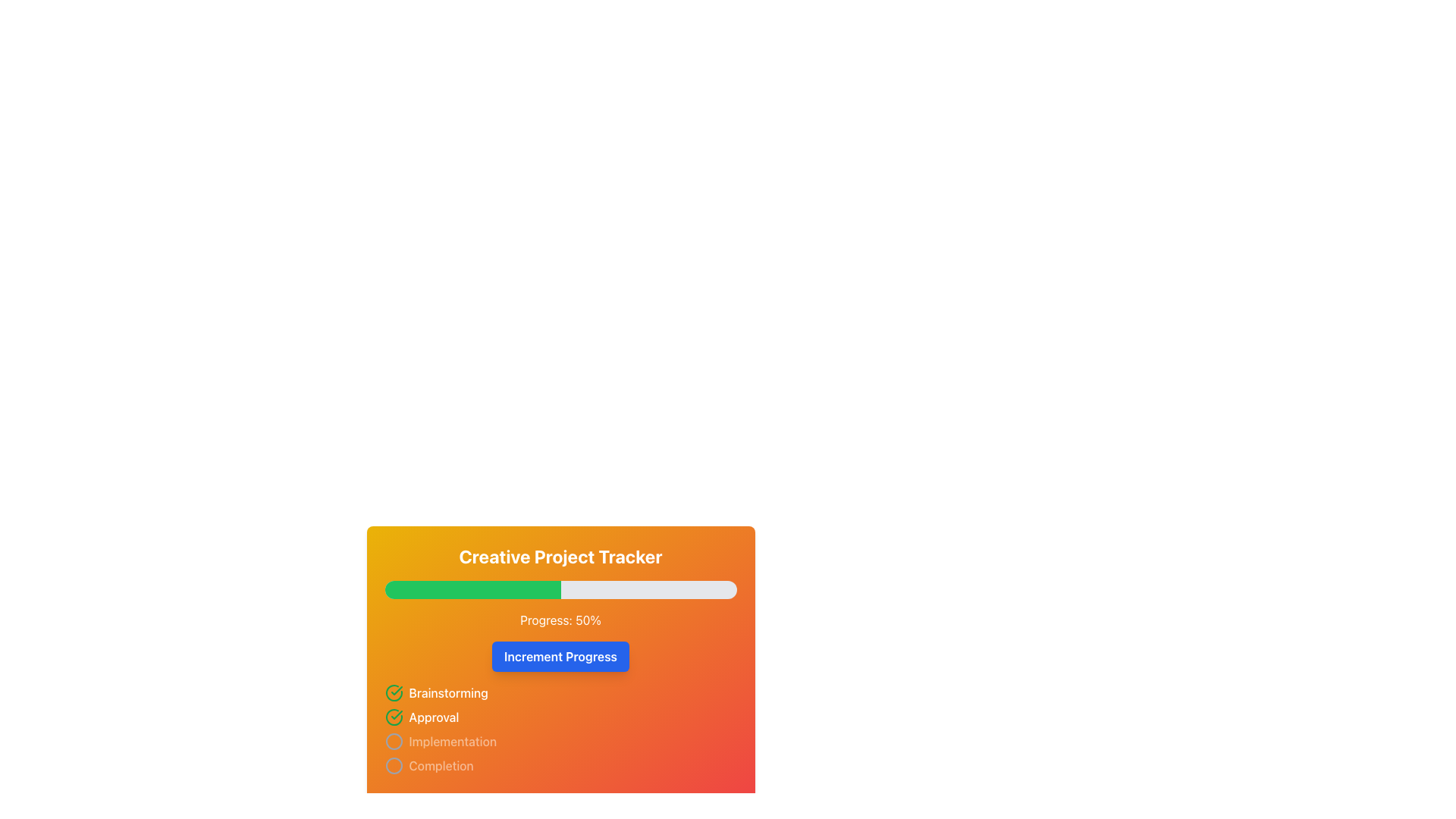 Image resolution: width=1456 pixels, height=819 pixels. Describe the element at coordinates (560, 656) in the screenshot. I see `the 'Increment Progress' button with a blue background and white bold text` at that location.